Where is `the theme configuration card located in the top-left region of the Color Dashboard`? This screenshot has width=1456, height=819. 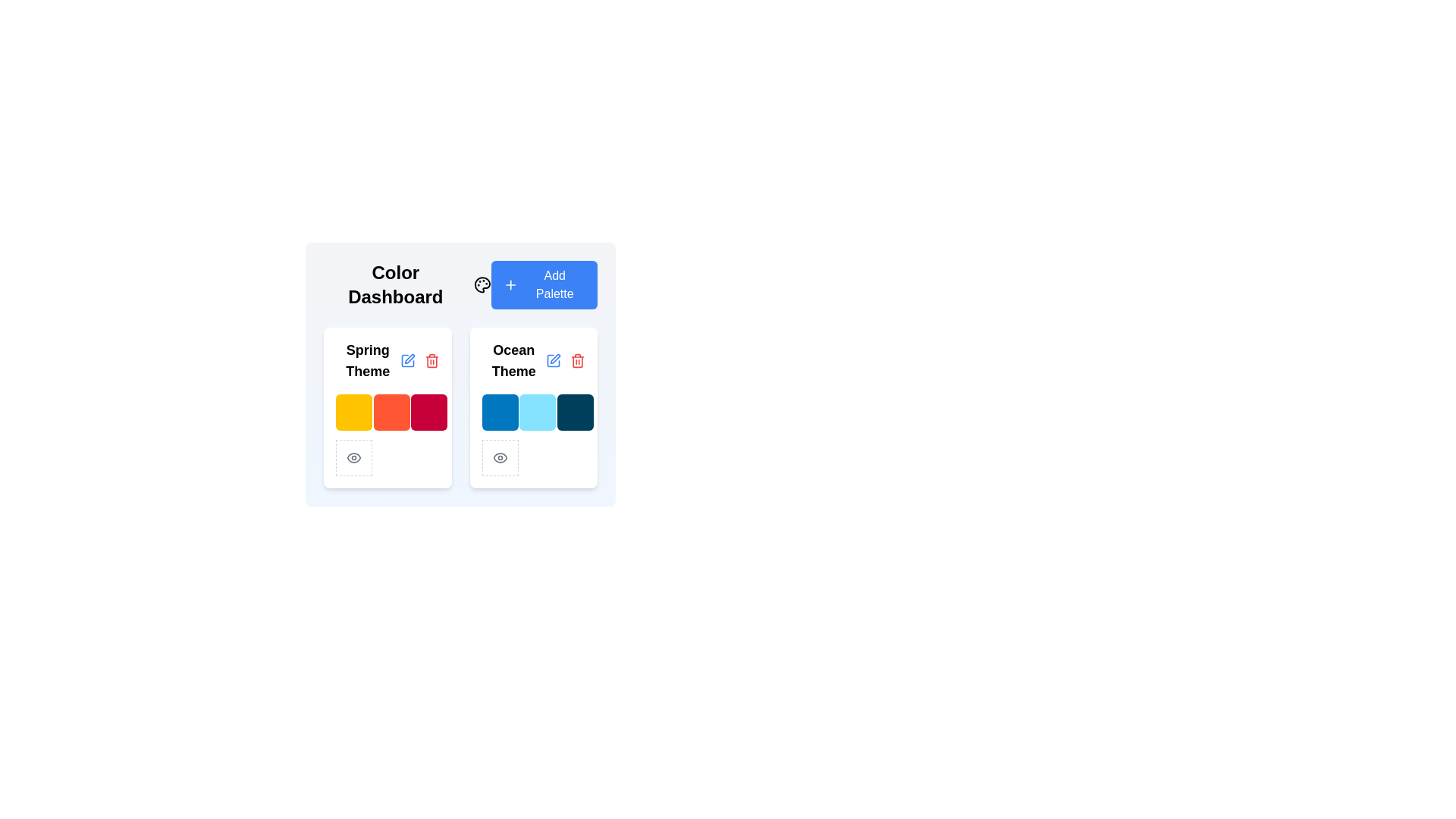 the theme configuration card located in the top-left region of the Color Dashboard is located at coordinates (388, 406).